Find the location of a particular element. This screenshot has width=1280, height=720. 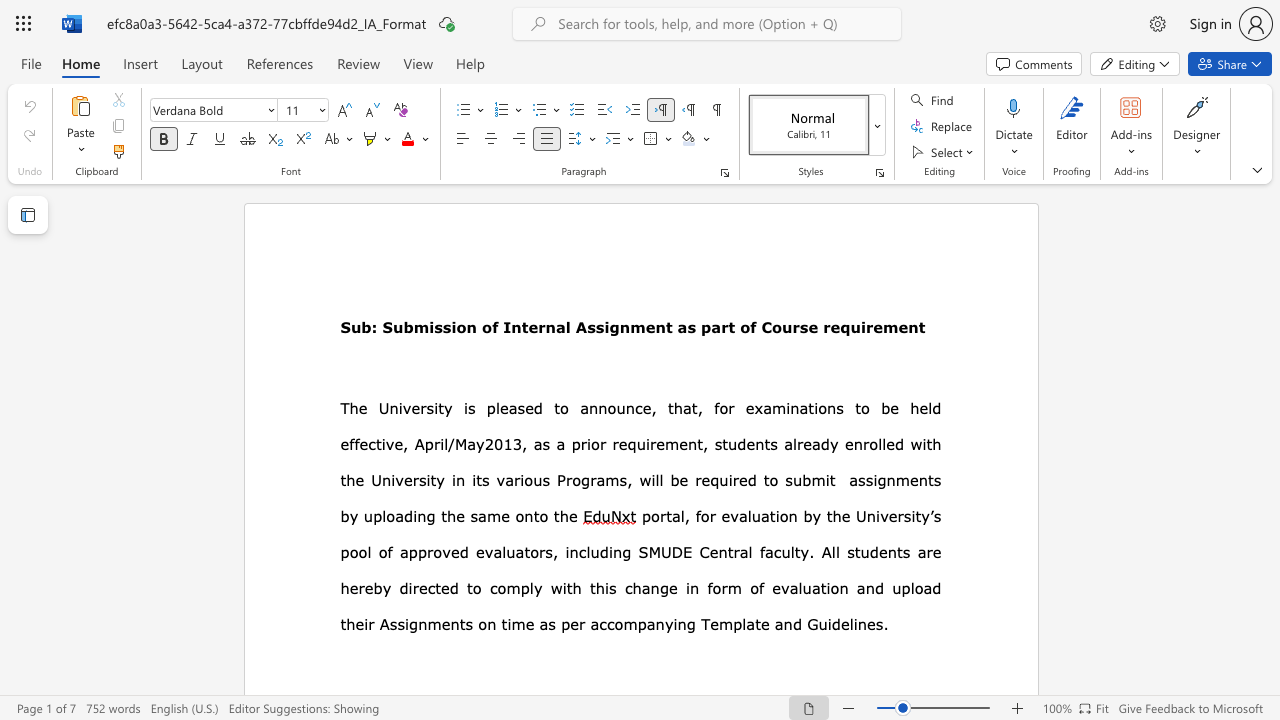

the subset text "e, tha" within the text "The University is pleased to announce, that" is located at coordinates (642, 407).